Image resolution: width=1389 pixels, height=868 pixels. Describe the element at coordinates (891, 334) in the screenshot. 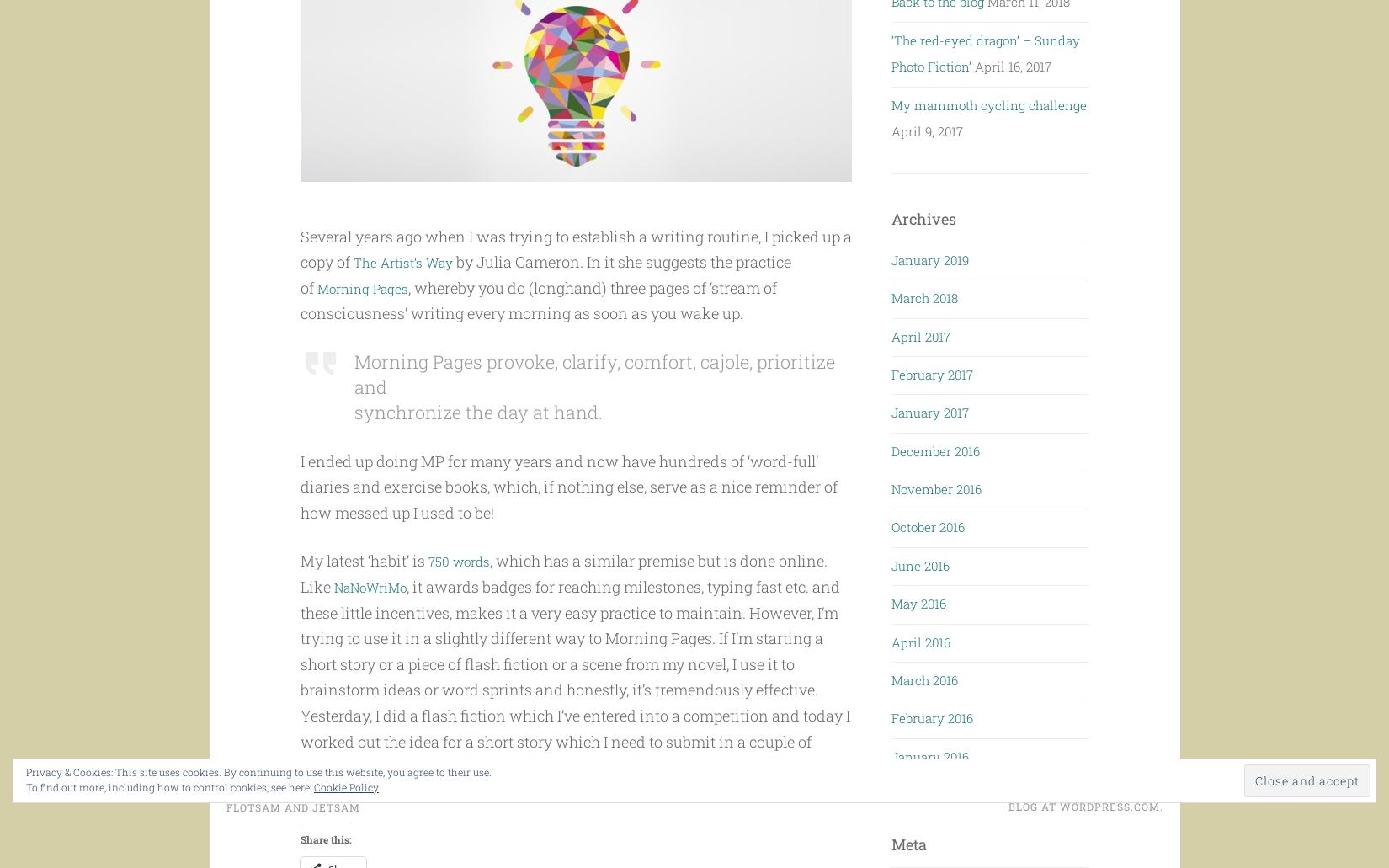

I see `'April 2017'` at that location.